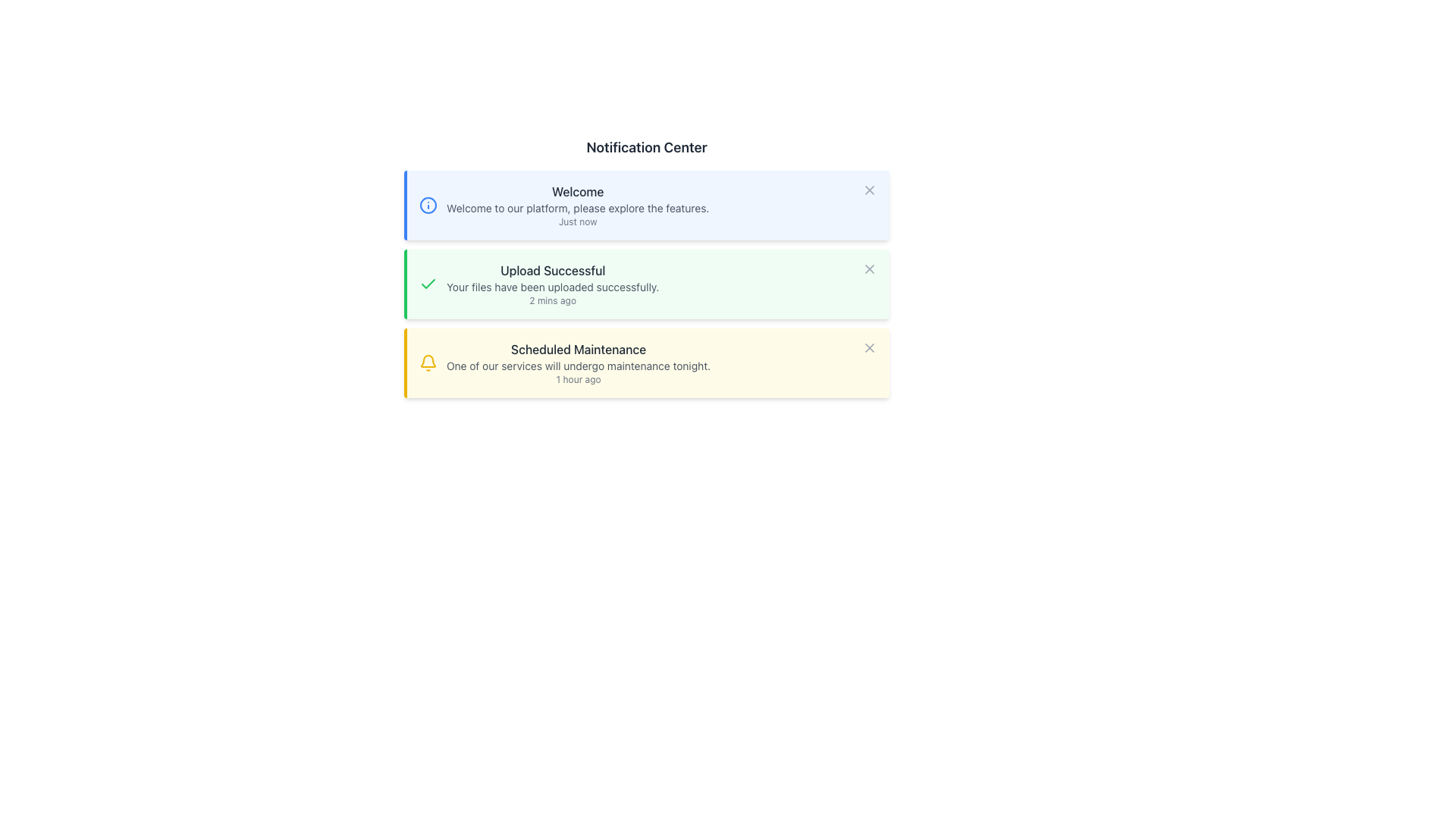 The height and width of the screenshot is (819, 1456). Describe the element at coordinates (870, 268) in the screenshot. I see `the circular dismiss button with a cross (X) inside it, located at the top-right corner of the 'Upload Successful' notification box` at that location.